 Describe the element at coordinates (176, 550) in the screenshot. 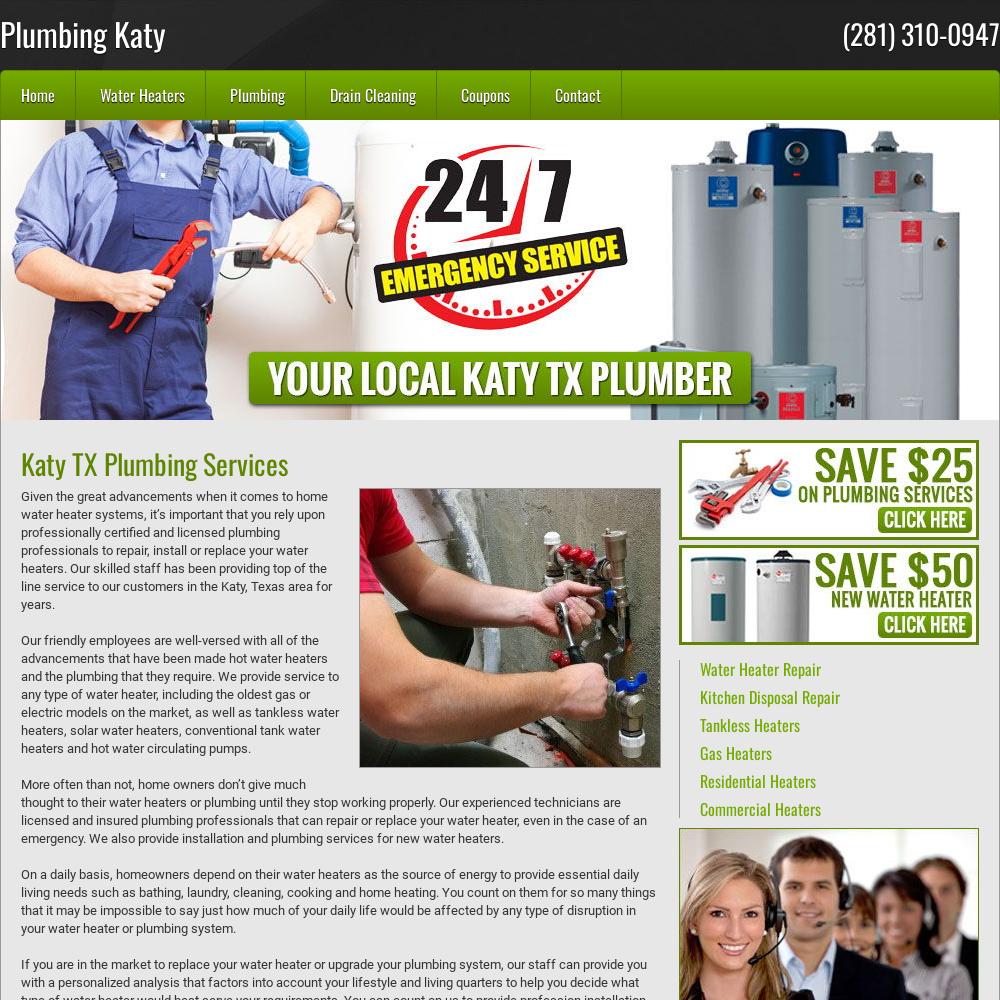

I see `'Given the great advancements when it comes to home water heater systems, it’s important that you rely upon professionally certified and licensed plumbing professionals to repair, install or replace your water heaters. Our skilled staff has been providing top of the line service to our customers in the Katy, Texas area for years.'` at that location.